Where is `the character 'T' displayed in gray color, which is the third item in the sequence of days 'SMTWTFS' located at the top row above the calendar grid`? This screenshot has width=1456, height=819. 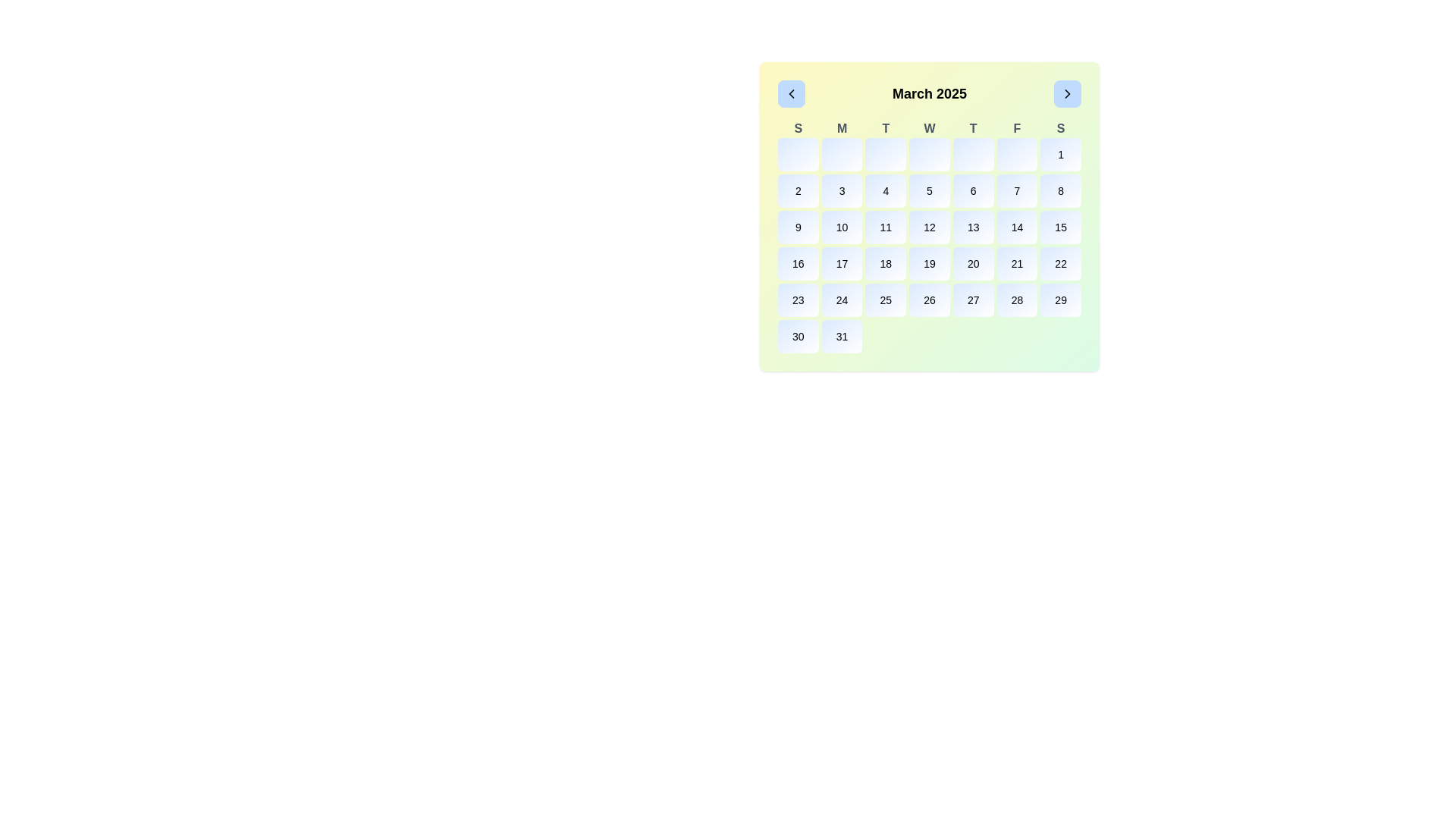 the character 'T' displayed in gray color, which is the third item in the sequence of days 'SMTWTFS' located at the top row above the calendar grid is located at coordinates (886, 127).